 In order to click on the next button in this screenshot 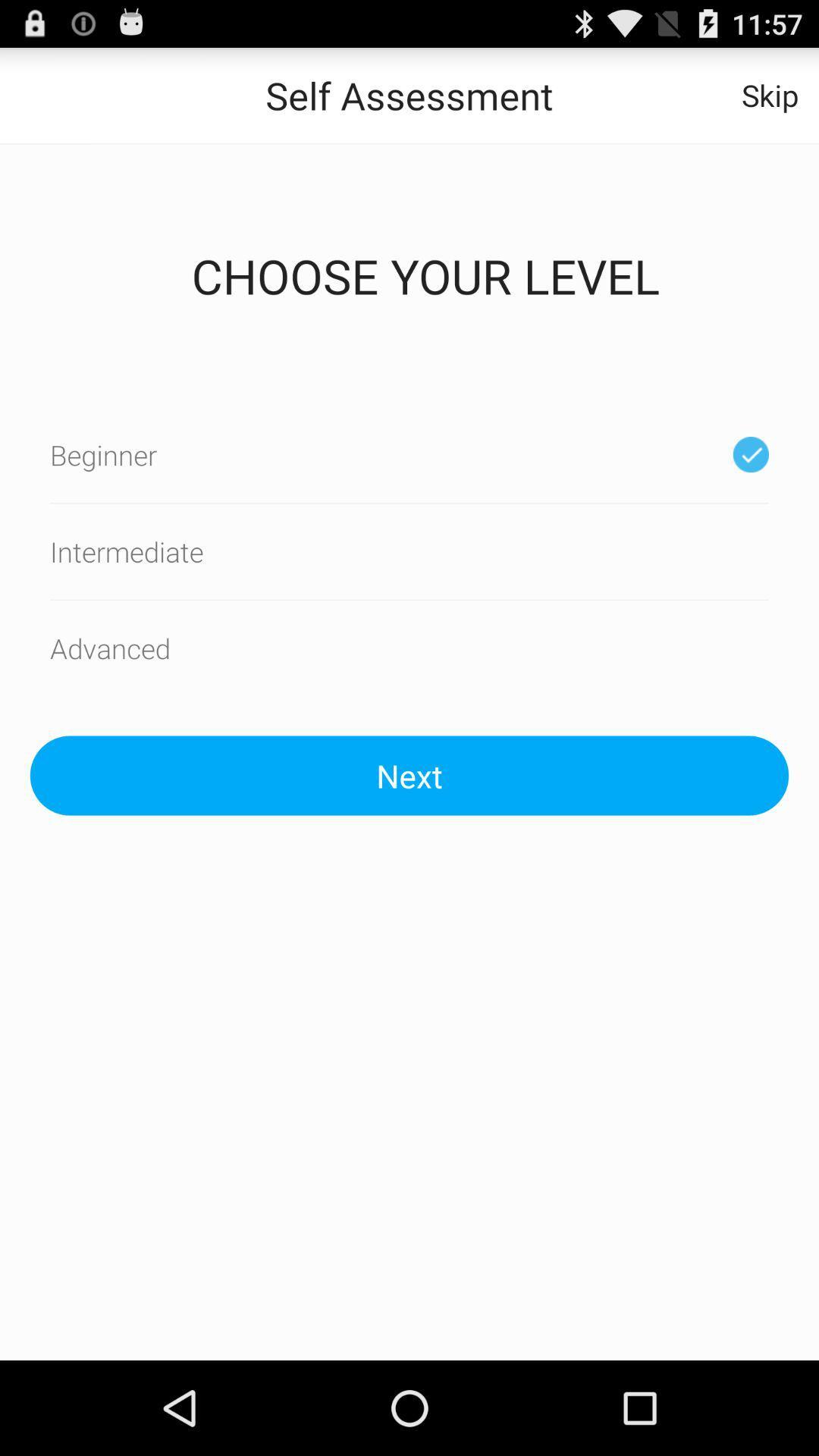, I will do `click(409, 775)`.